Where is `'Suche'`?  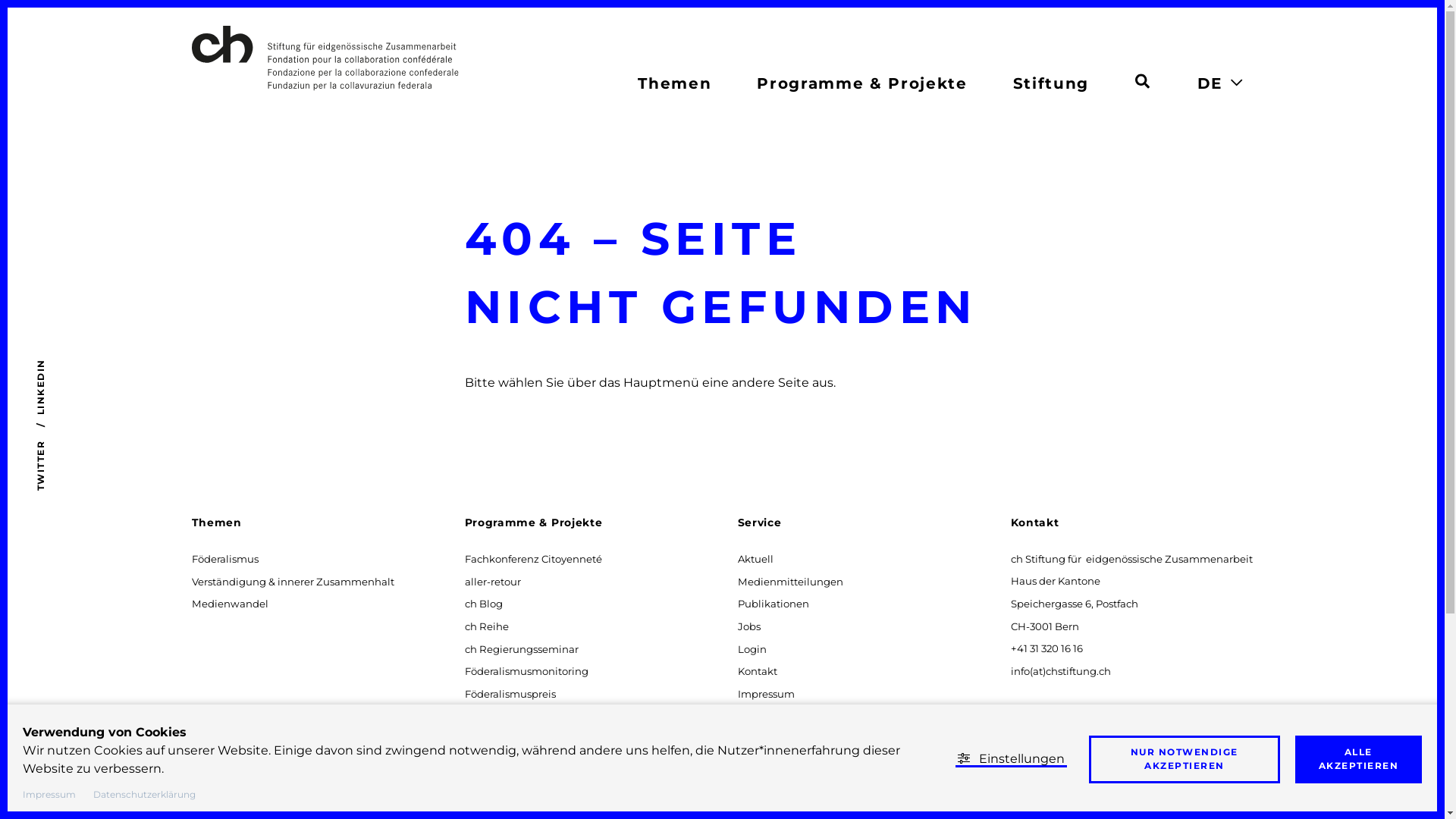 'Suche' is located at coordinates (1135, 81).